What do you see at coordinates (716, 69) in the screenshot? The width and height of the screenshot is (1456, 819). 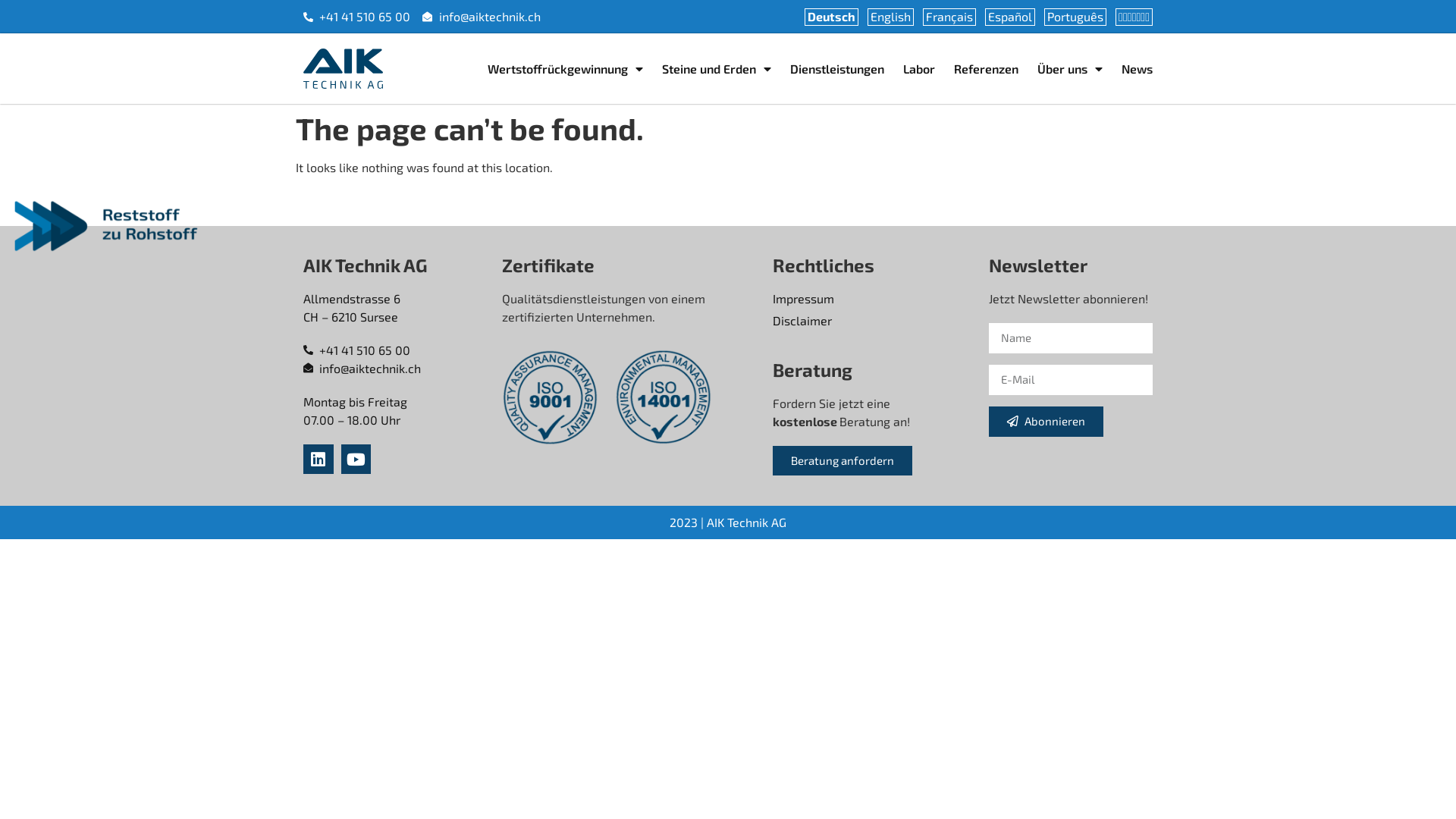 I see `'Steine und Erden'` at bounding box center [716, 69].